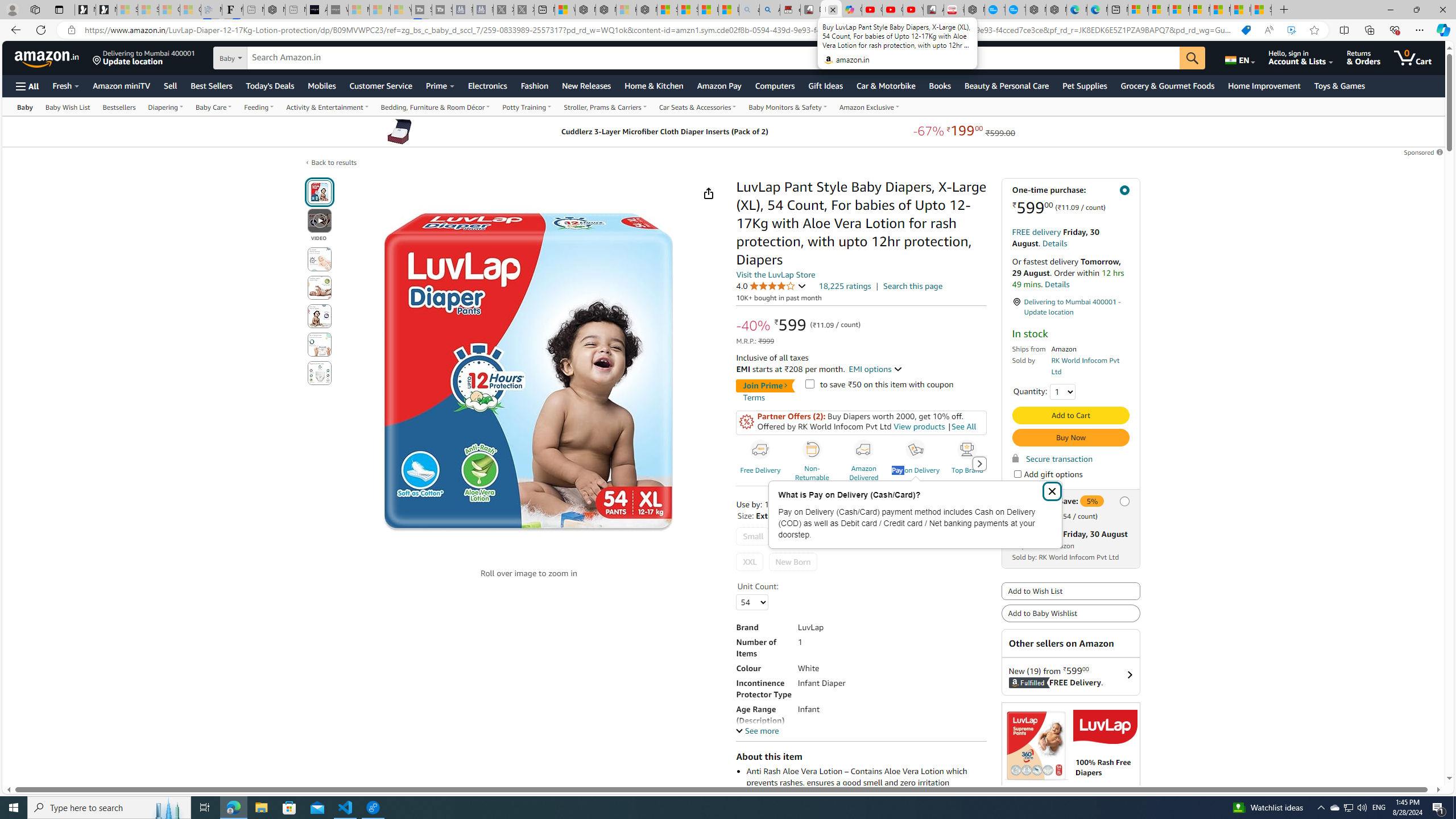  What do you see at coordinates (647, 9) in the screenshot?
I see `'Nordace - Nordace Siena Is Not An Ordinary Backpack'` at bounding box center [647, 9].